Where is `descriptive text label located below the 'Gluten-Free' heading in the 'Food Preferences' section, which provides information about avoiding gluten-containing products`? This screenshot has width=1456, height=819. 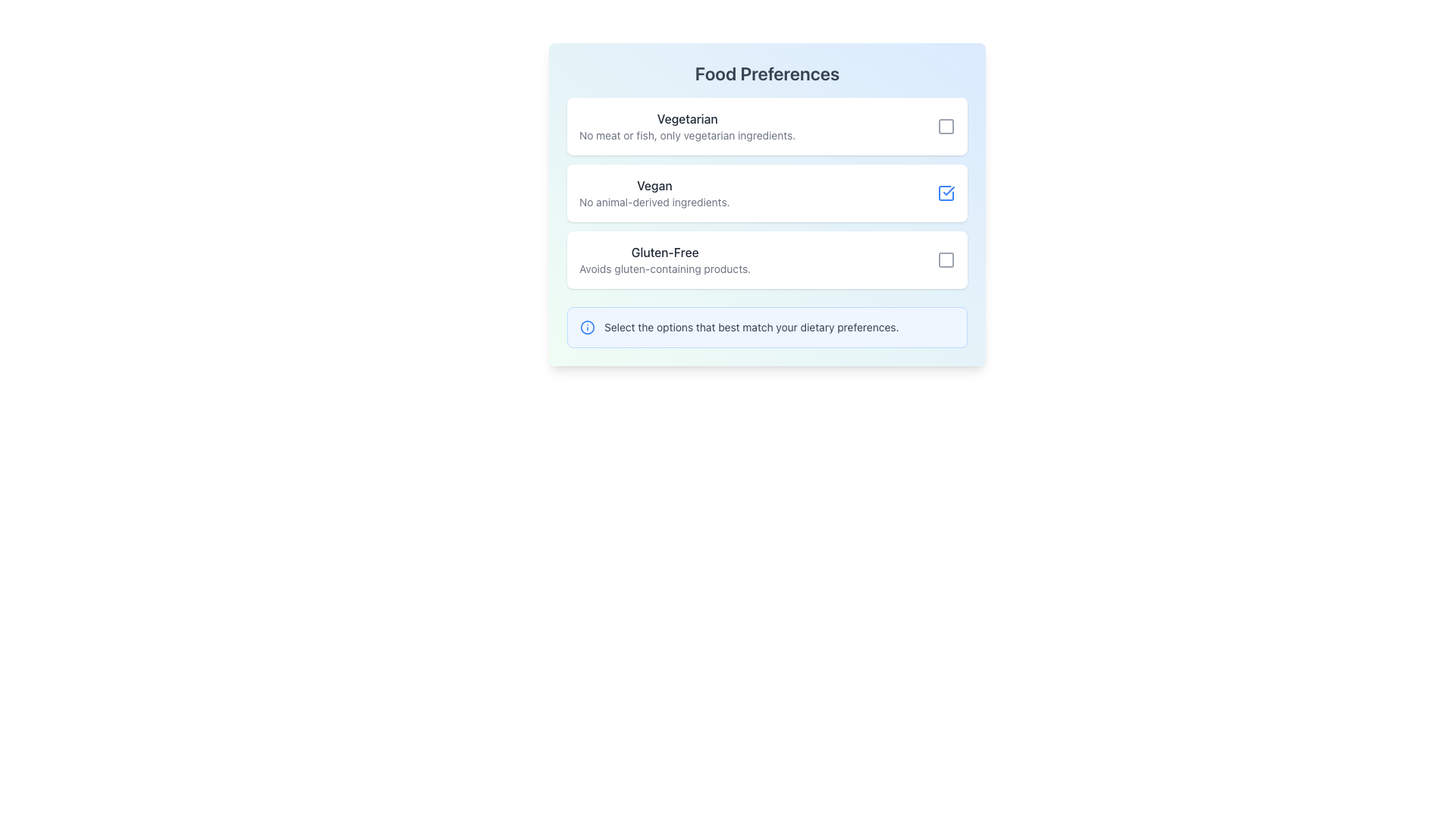
descriptive text label located below the 'Gluten-Free' heading in the 'Food Preferences' section, which provides information about avoiding gluten-containing products is located at coordinates (665, 268).